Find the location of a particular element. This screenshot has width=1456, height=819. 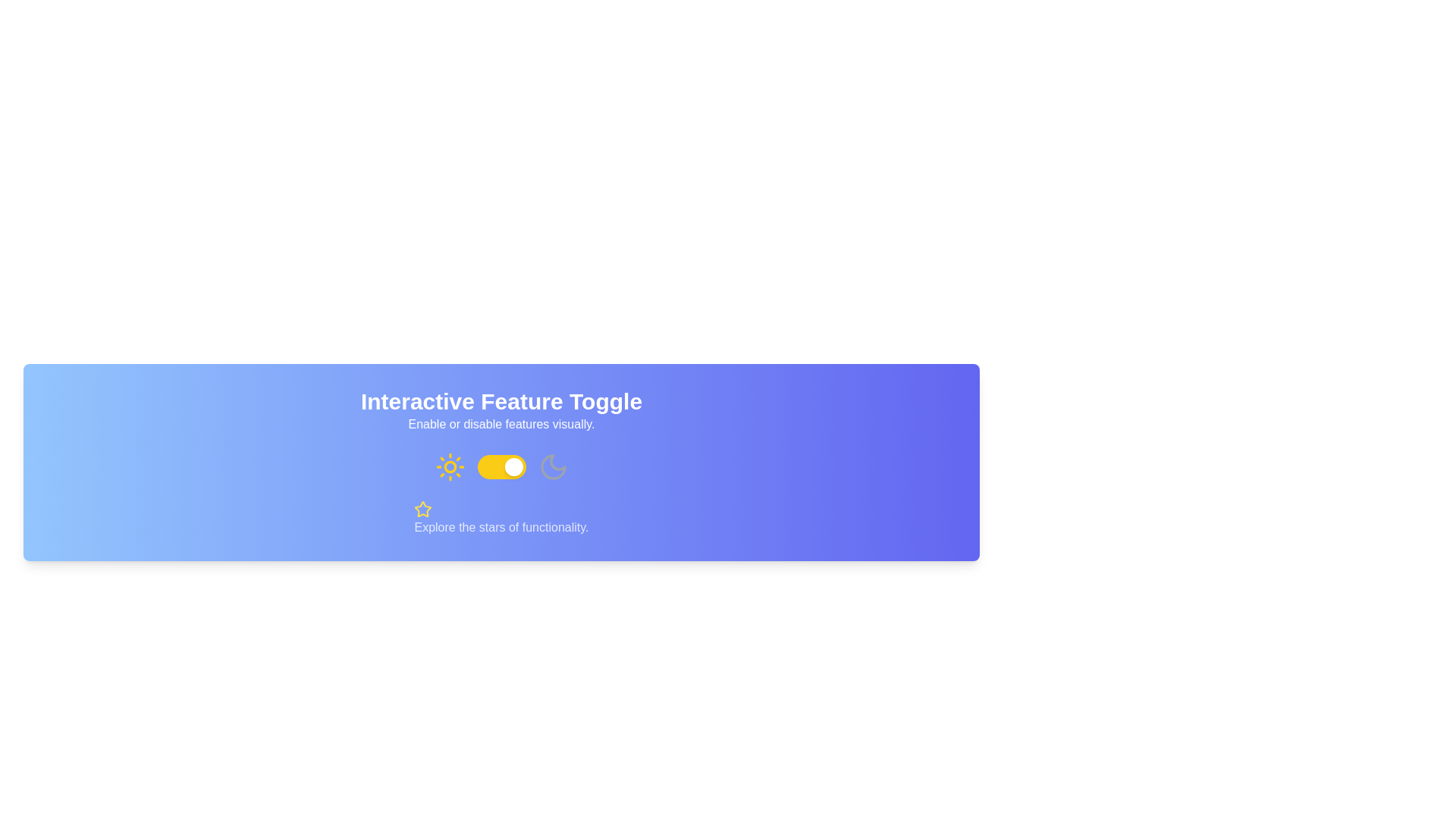

the 'light' or 'day' mode toggle icon, which is positioned to the left of a yellow toggle switch and followed by a gray moon icon is located at coordinates (449, 466).